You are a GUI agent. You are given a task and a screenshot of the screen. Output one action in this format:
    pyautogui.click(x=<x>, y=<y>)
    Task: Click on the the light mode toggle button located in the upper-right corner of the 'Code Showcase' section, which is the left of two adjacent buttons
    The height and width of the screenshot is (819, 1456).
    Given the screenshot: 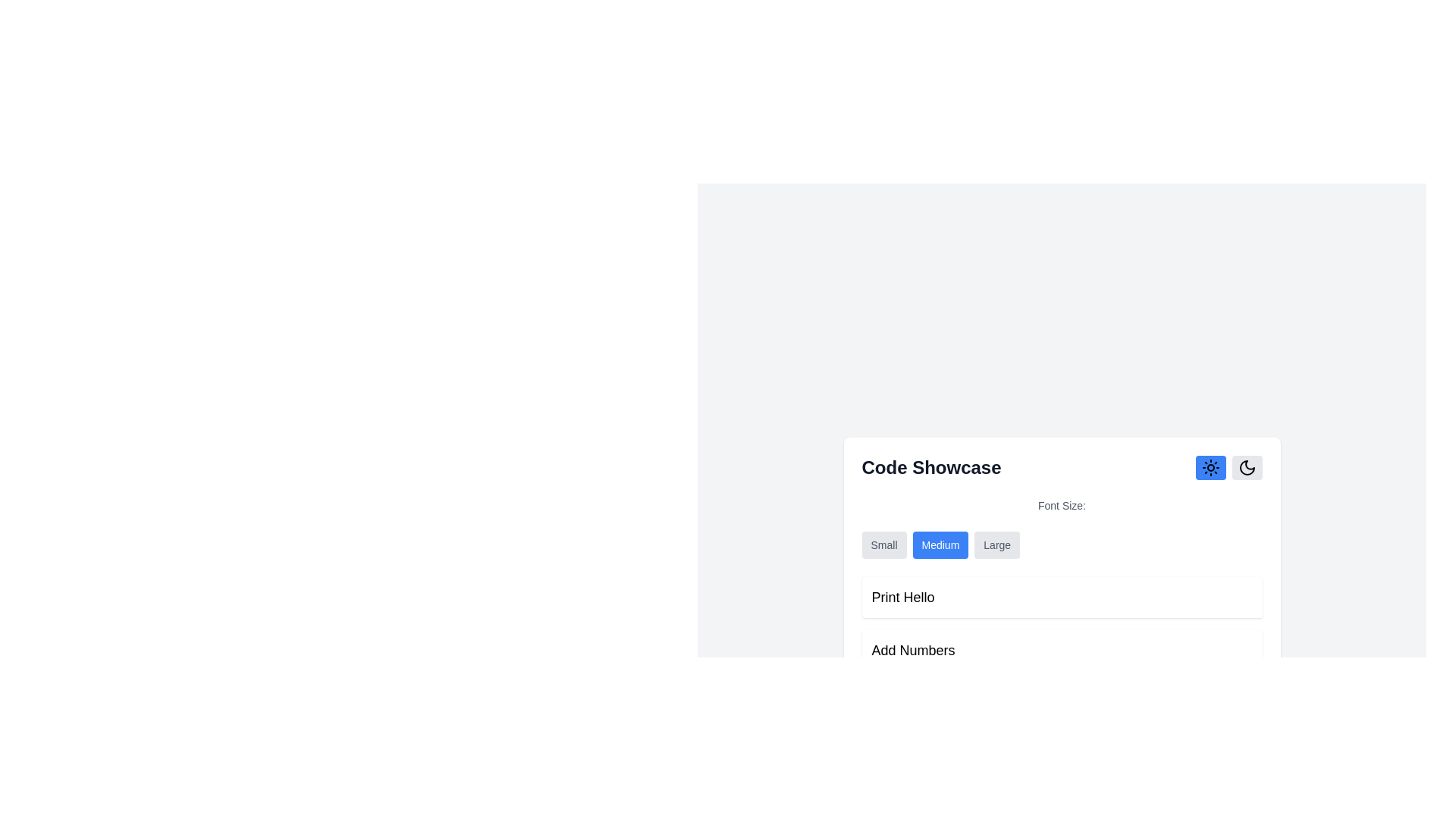 What is the action you would take?
    pyautogui.click(x=1210, y=467)
    